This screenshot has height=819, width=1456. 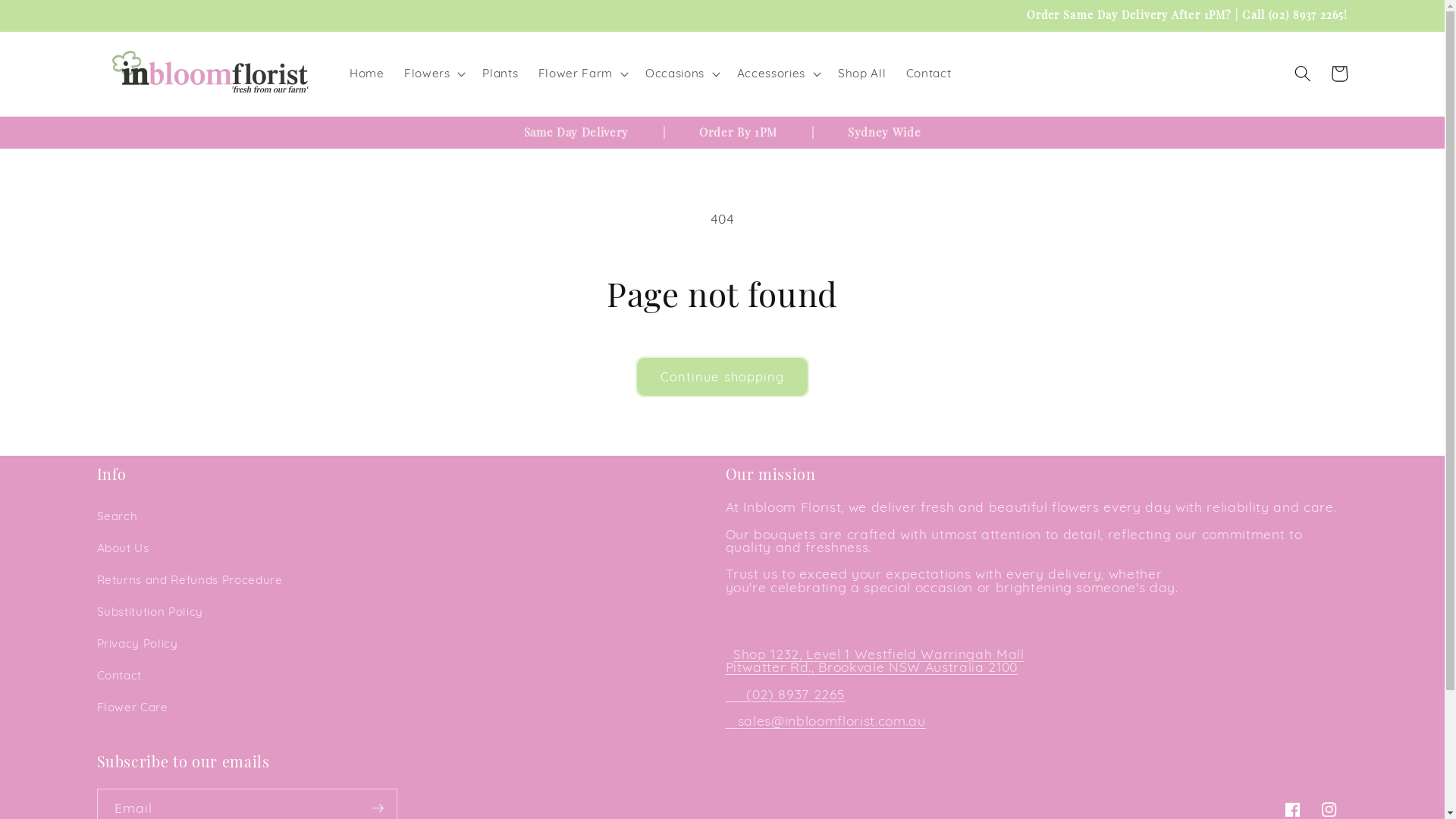 I want to click on 'sales@inbloomflorist.com.au', so click(x=738, y=719).